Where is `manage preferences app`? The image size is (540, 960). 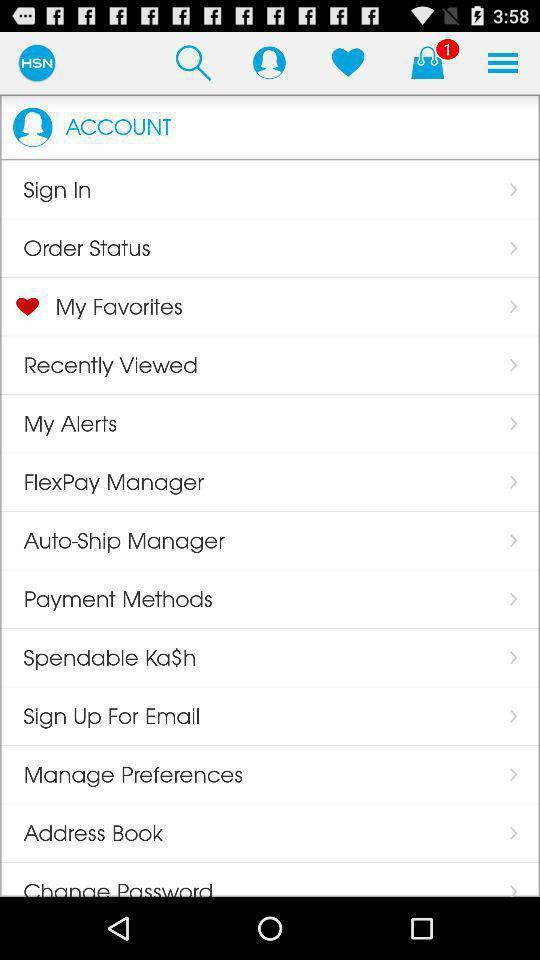 manage preferences app is located at coordinates (121, 773).